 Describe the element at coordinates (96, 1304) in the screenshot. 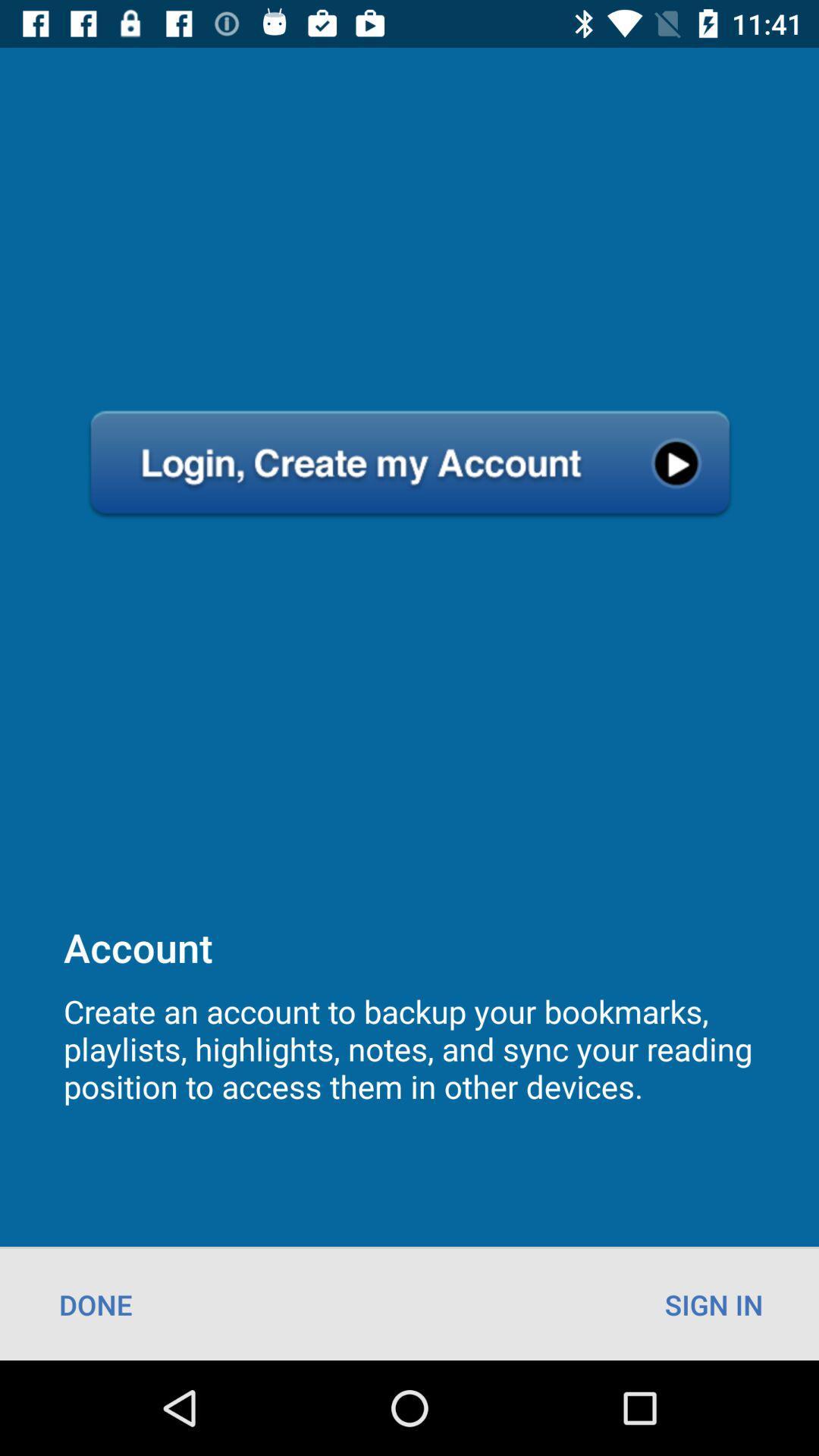

I see `done item` at that location.